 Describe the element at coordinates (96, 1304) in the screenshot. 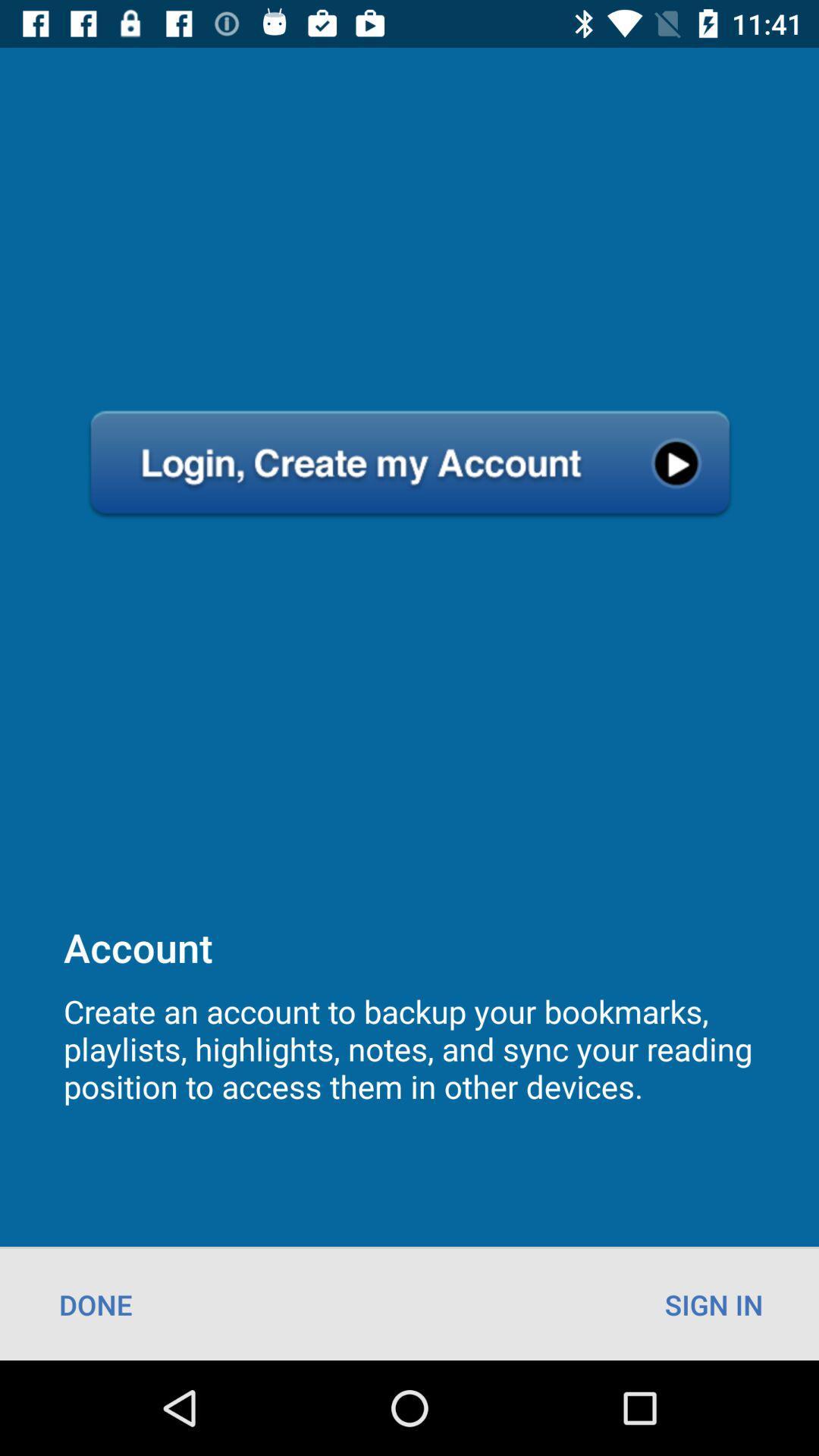

I see `done item` at that location.